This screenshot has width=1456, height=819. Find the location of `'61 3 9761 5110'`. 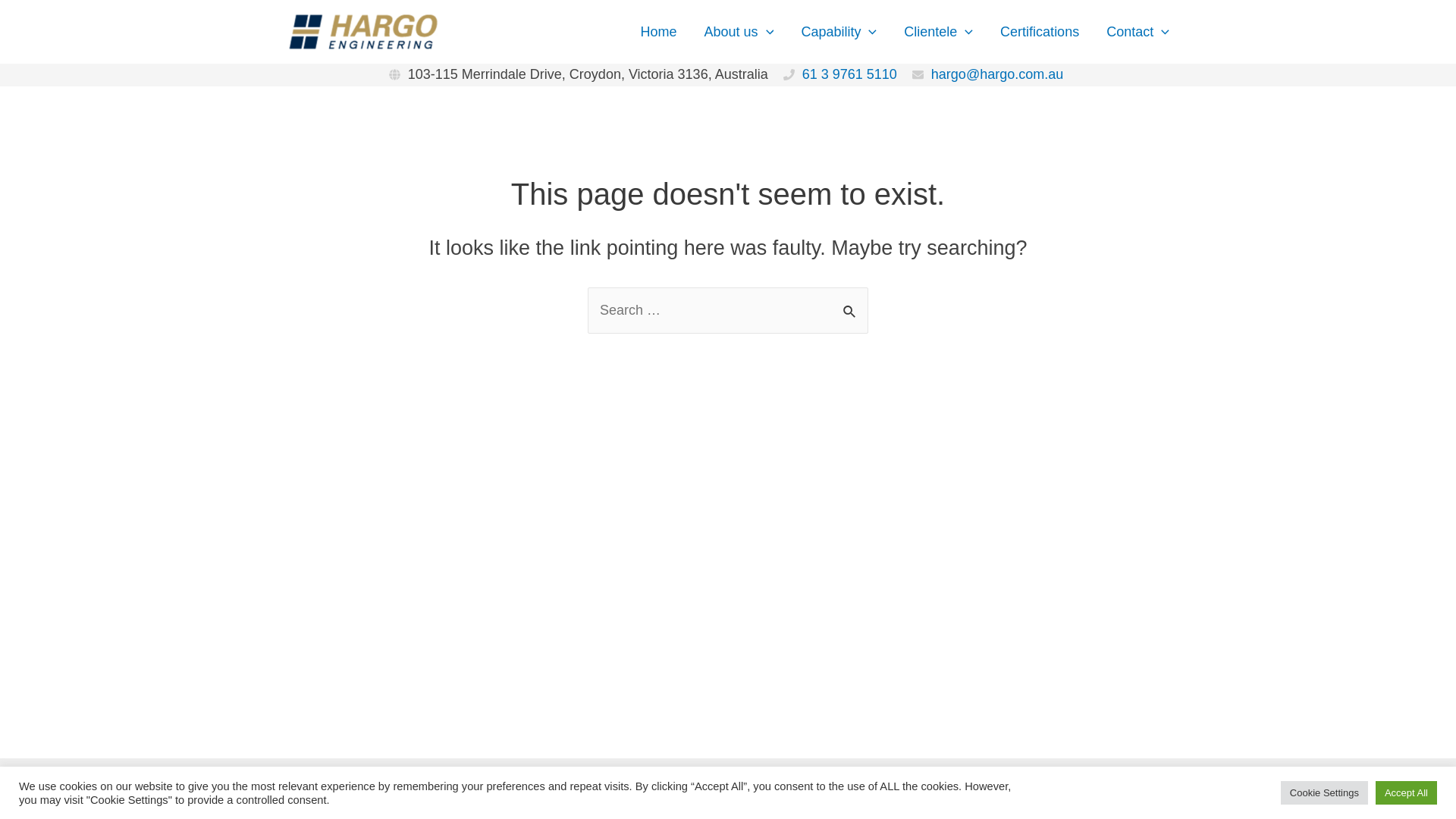

'61 3 9761 5110' is located at coordinates (849, 74).